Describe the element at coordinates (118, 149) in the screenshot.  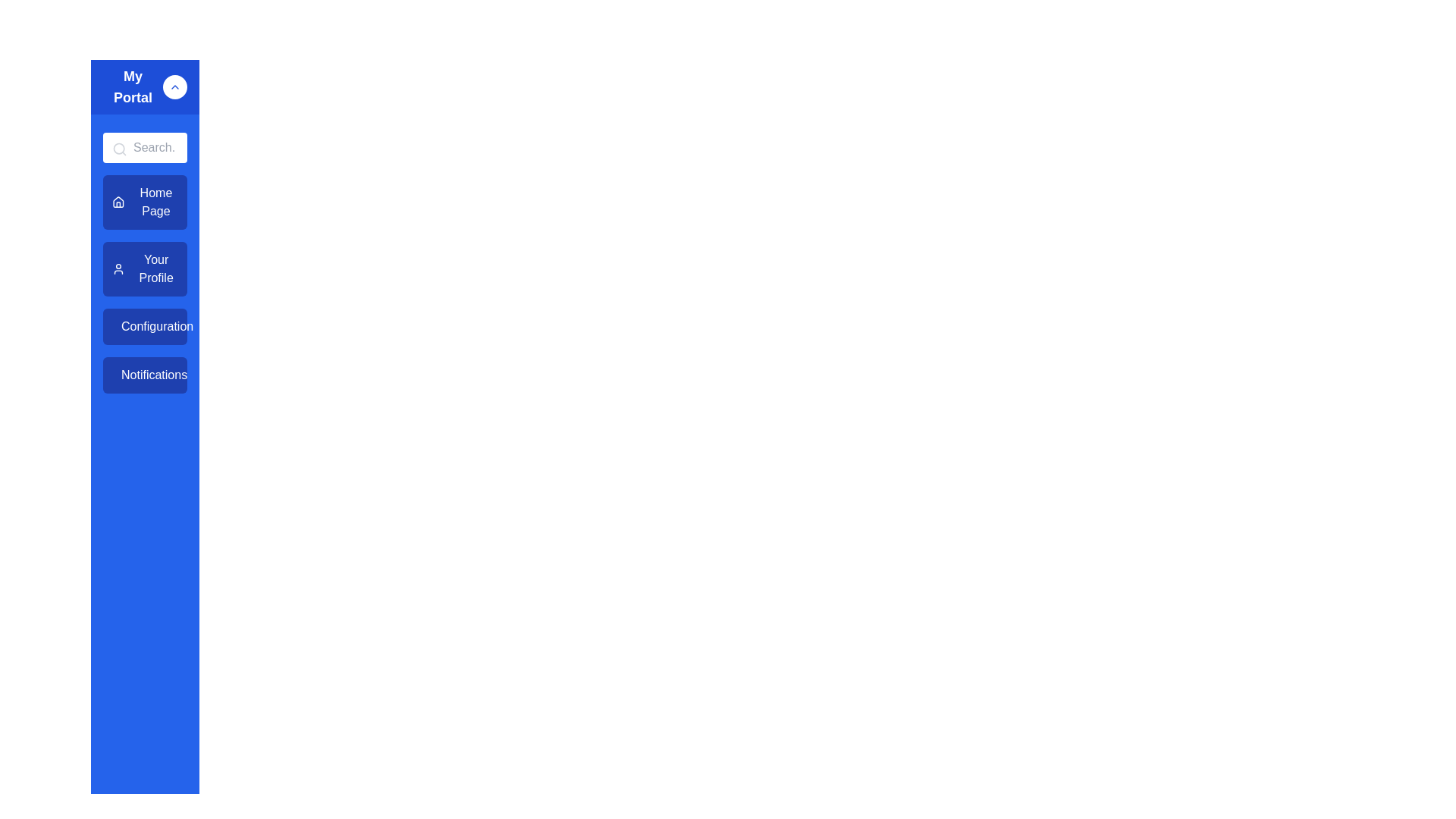
I see `the SVG Circle representing the lens of the magnifying glass in the search icon, indicating the search bar feature` at that location.